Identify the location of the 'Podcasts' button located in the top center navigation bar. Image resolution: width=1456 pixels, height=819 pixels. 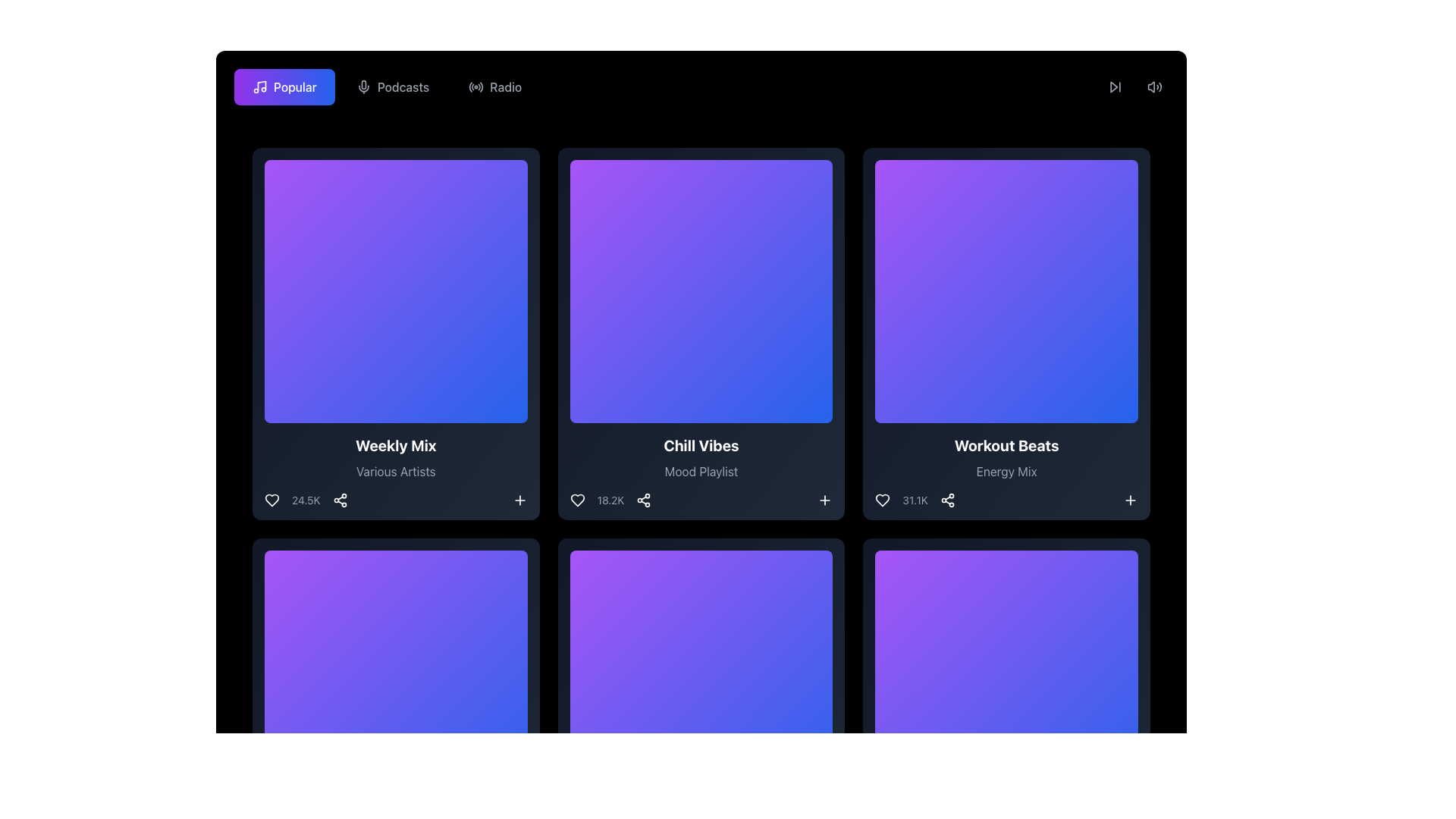
(393, 87).